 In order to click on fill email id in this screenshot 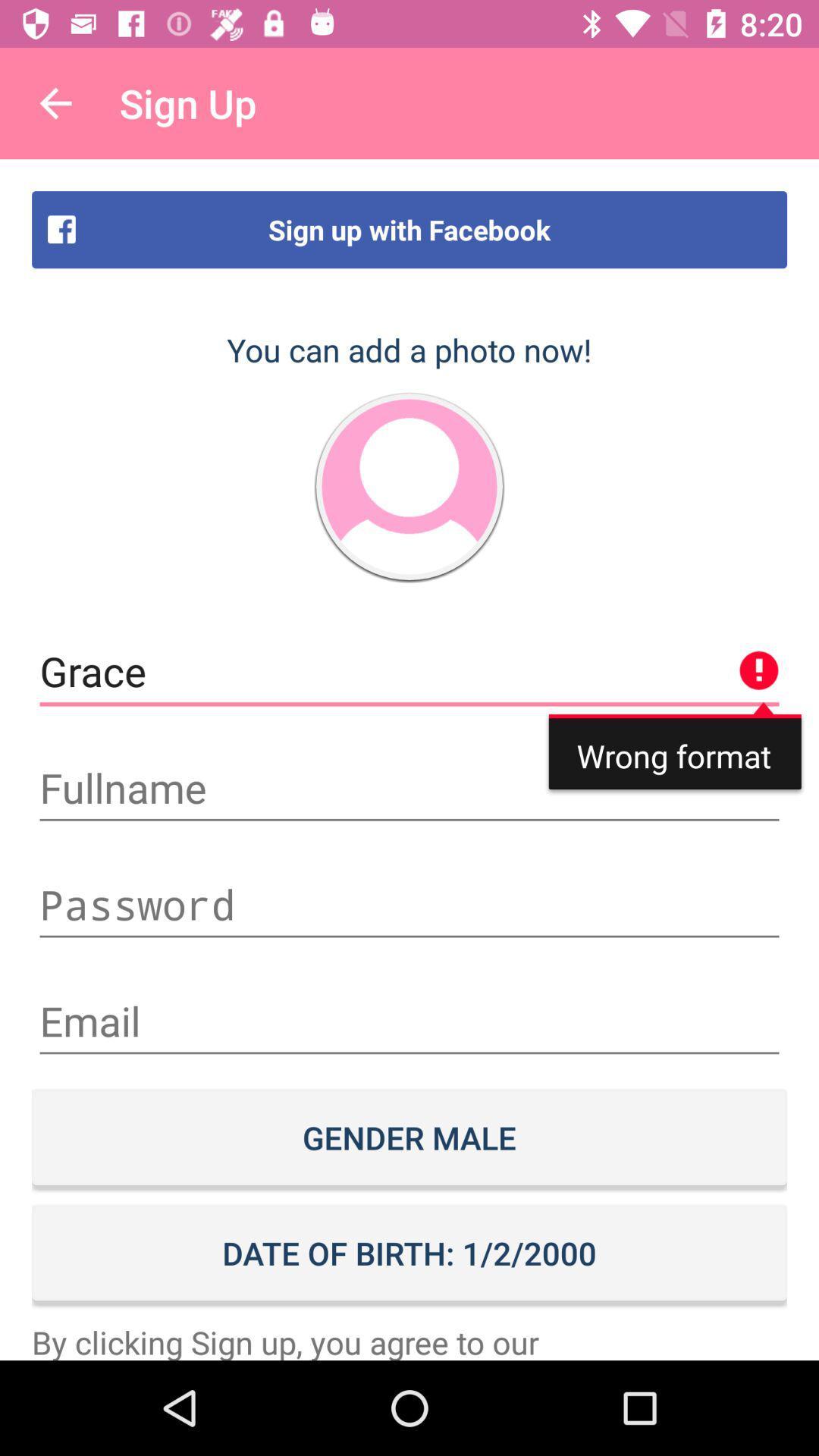, I will do `click(409, 1021)`.